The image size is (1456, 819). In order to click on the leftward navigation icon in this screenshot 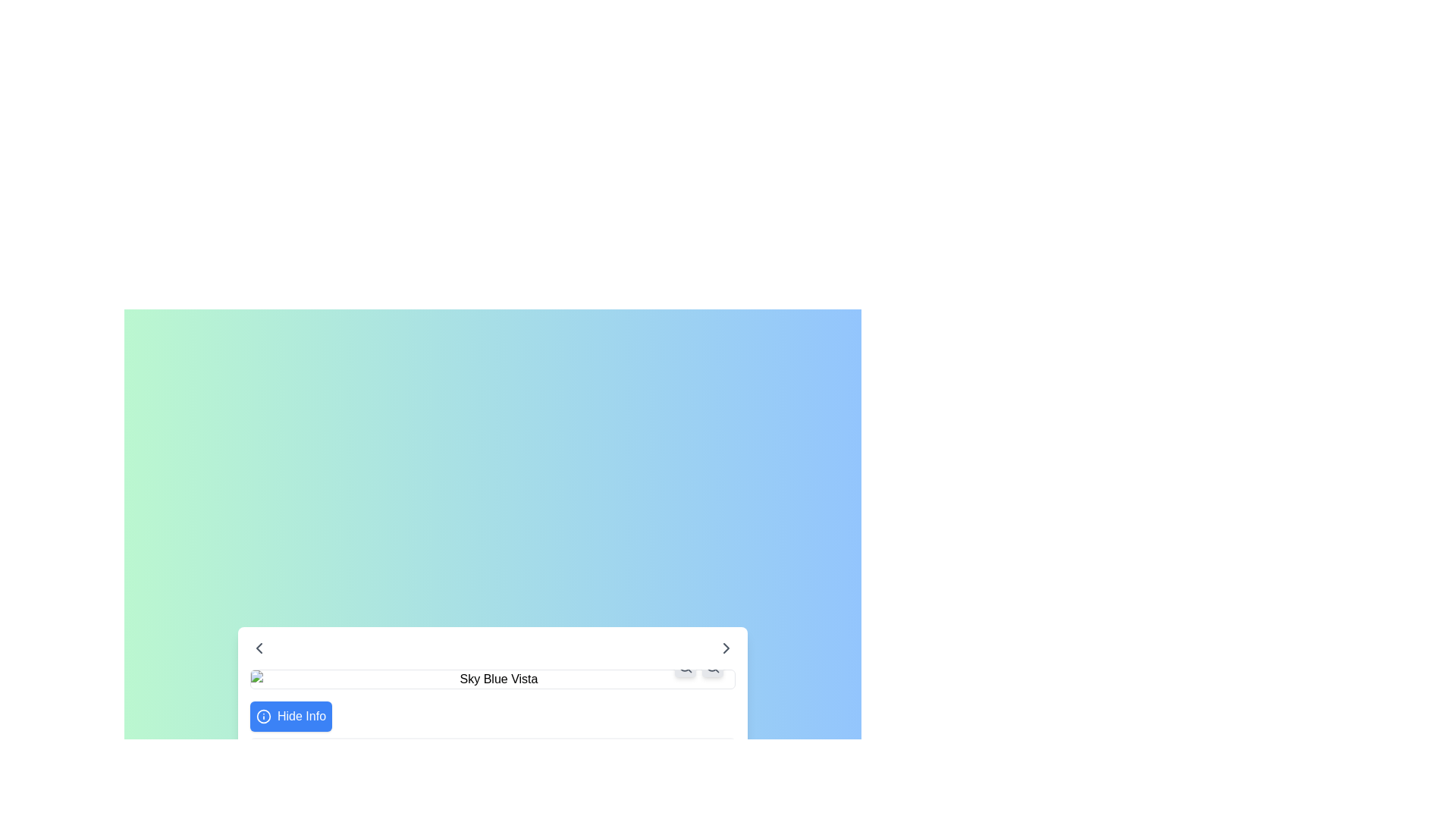, I will do `click(259, 648)`.